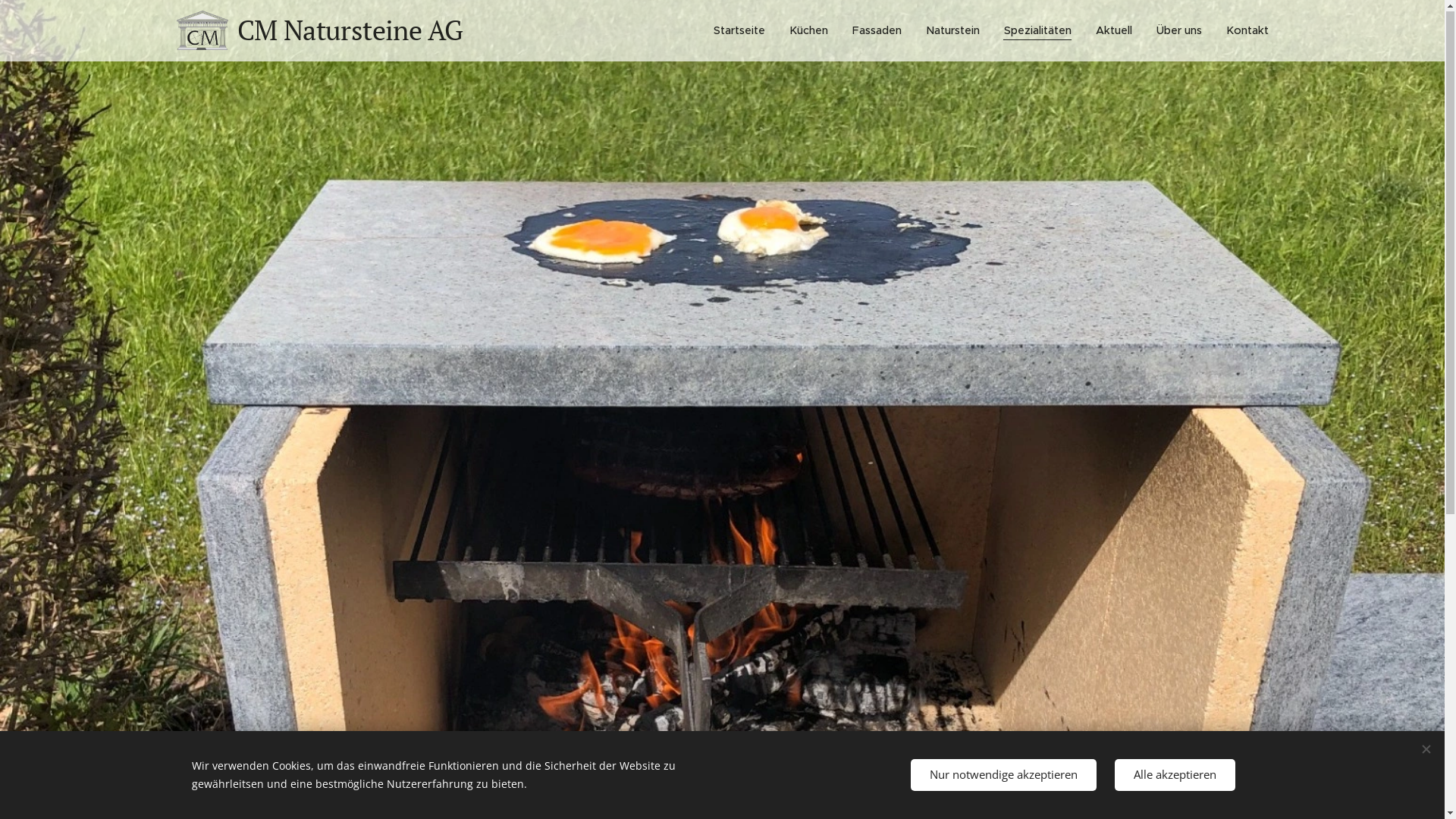 This screenshot has height=819, width=1456. Describe the element at coordinates (1174, 775) in the screenshot. I see `'Alle akzeptieren'` at that location.